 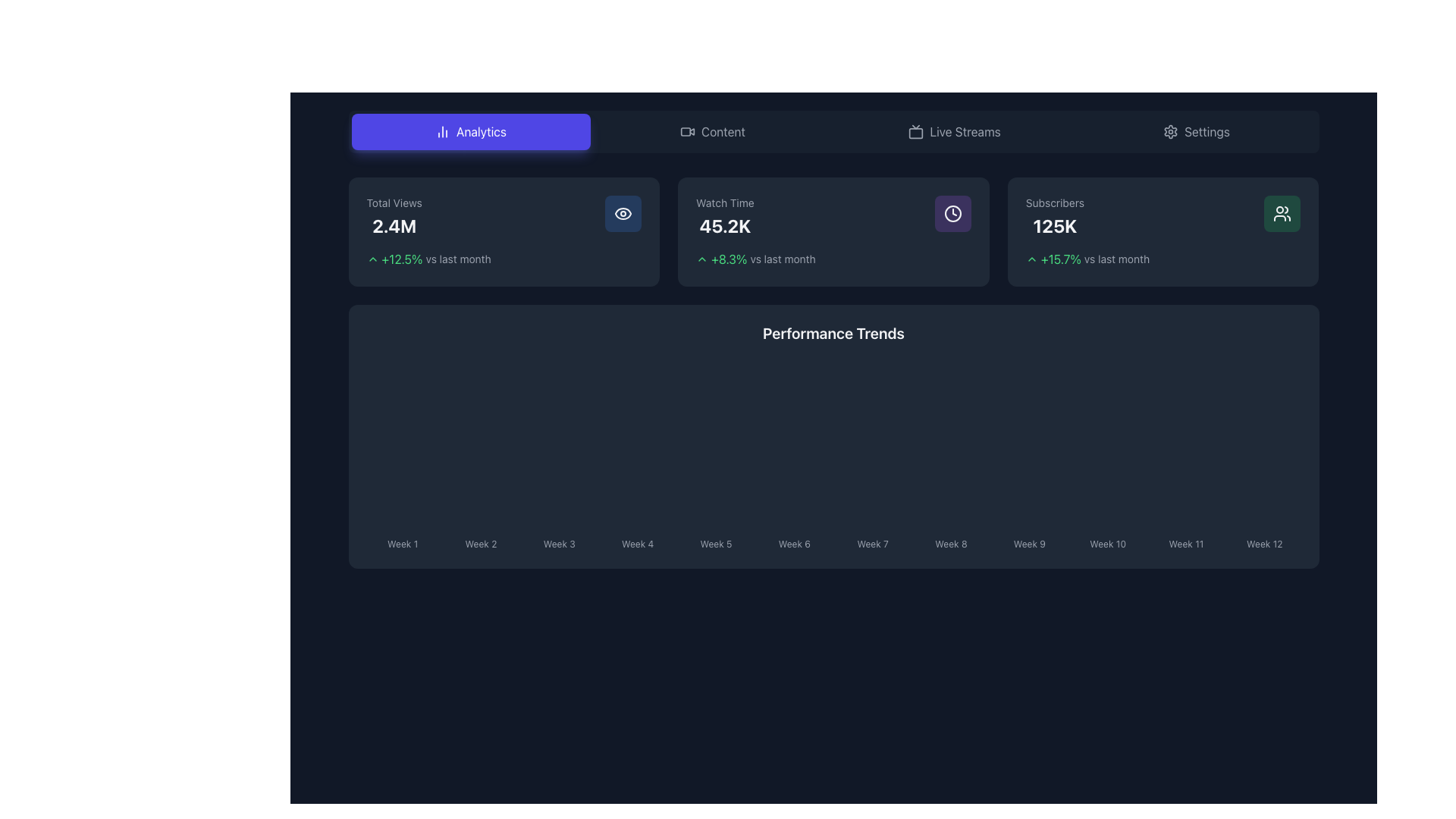 I want to click on label of the text element displaying 'Week 4', which is part of a series of week labels aligned horizontally at the bottom of the 'Performance Trends' section, so click(x=638, y=540).